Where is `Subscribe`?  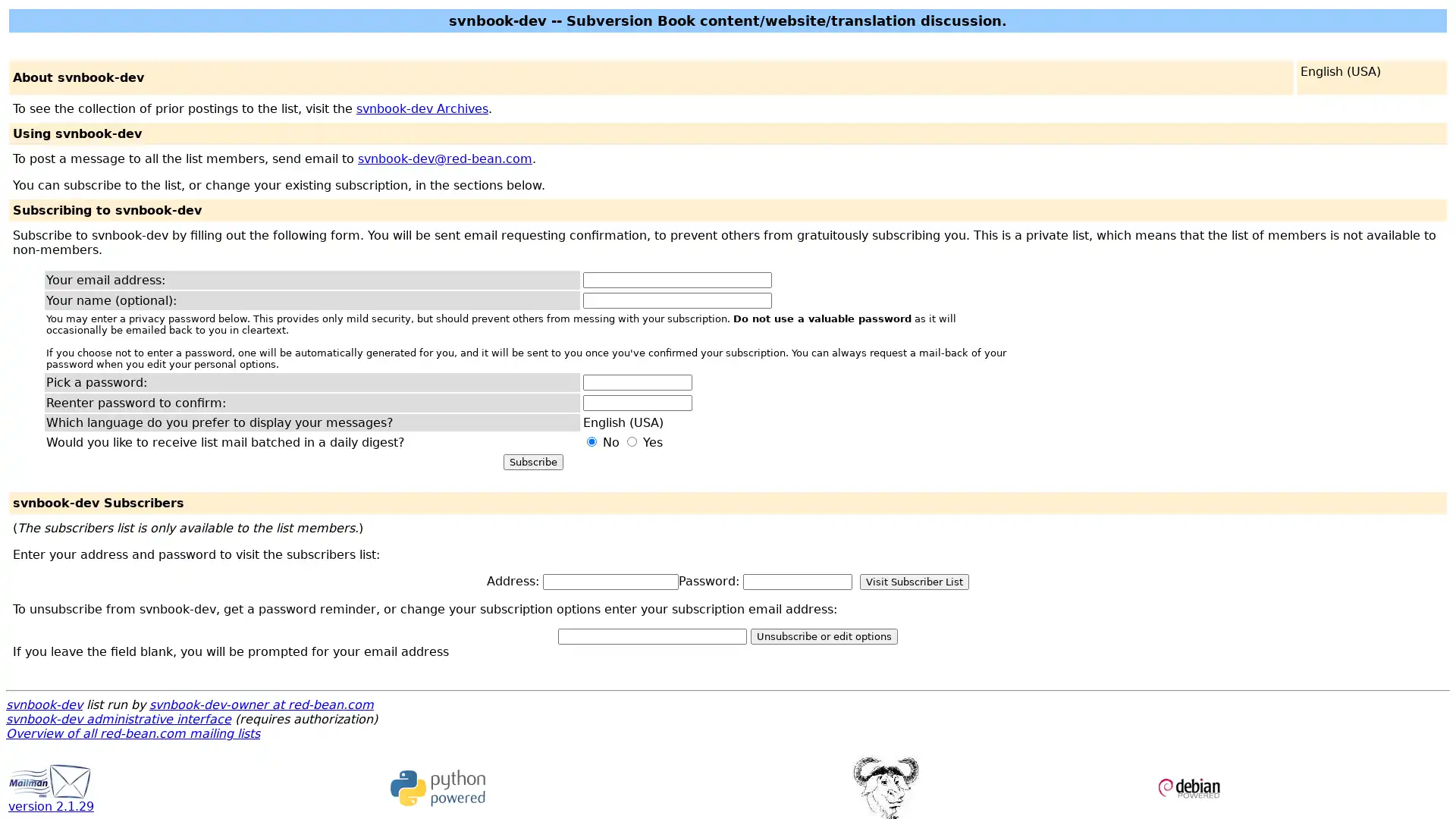
Subscribe is located at coordinates (532, 461).